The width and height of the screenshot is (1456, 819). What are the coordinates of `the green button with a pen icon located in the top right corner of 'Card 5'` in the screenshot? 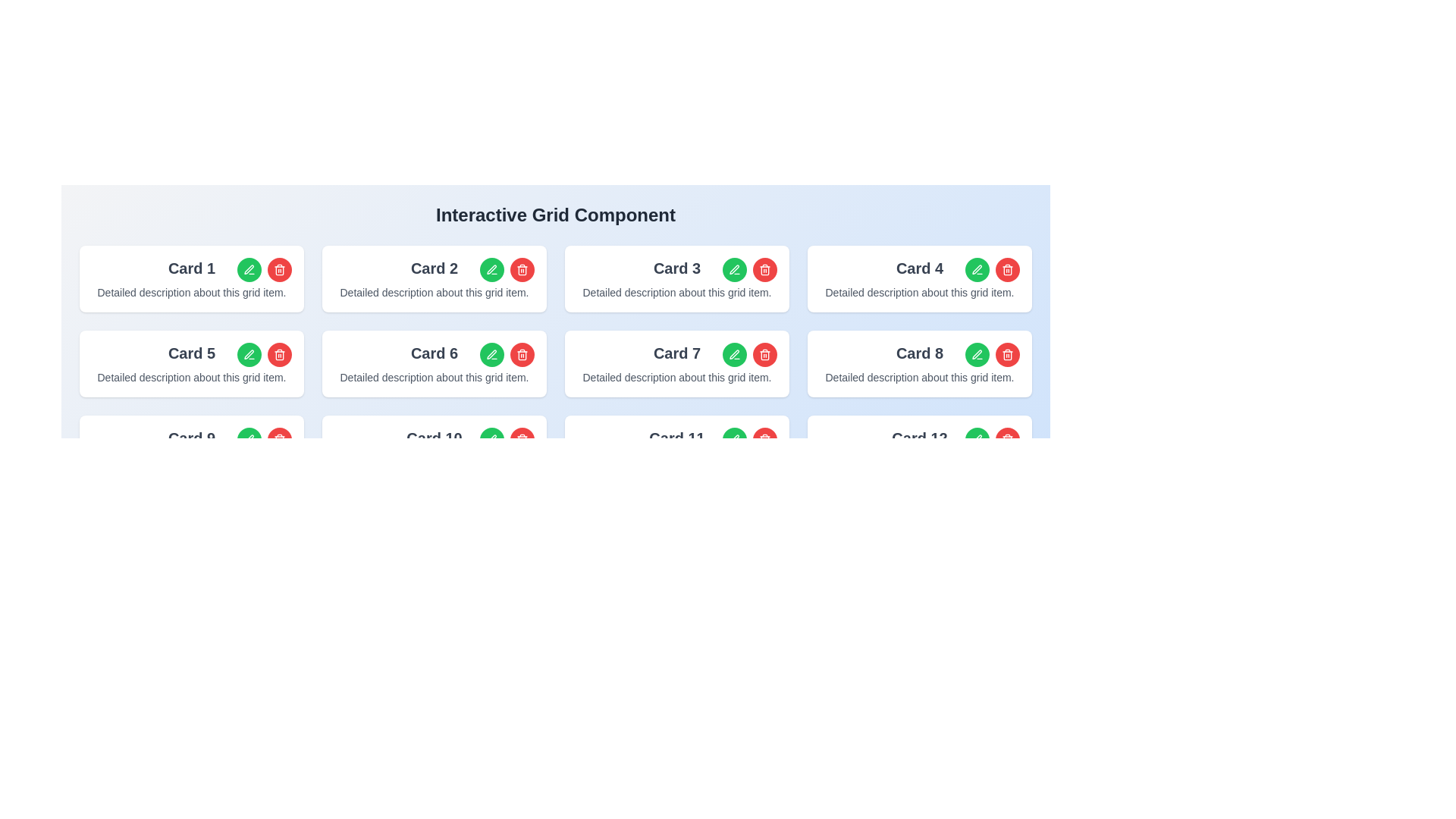 It's located at (265, 354).